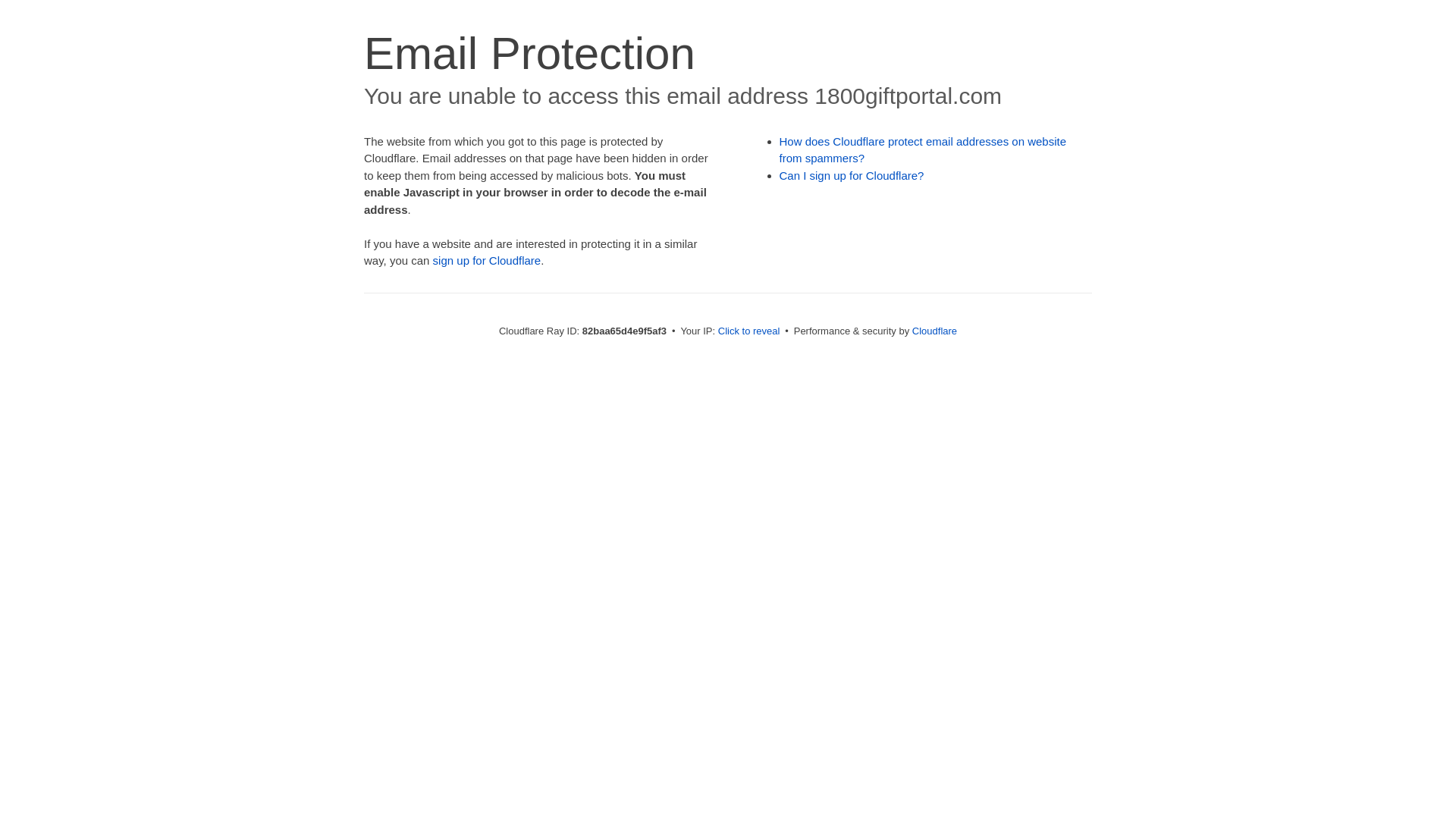  I want to click on 'sign up for Cloudflare', so click(487, 259).